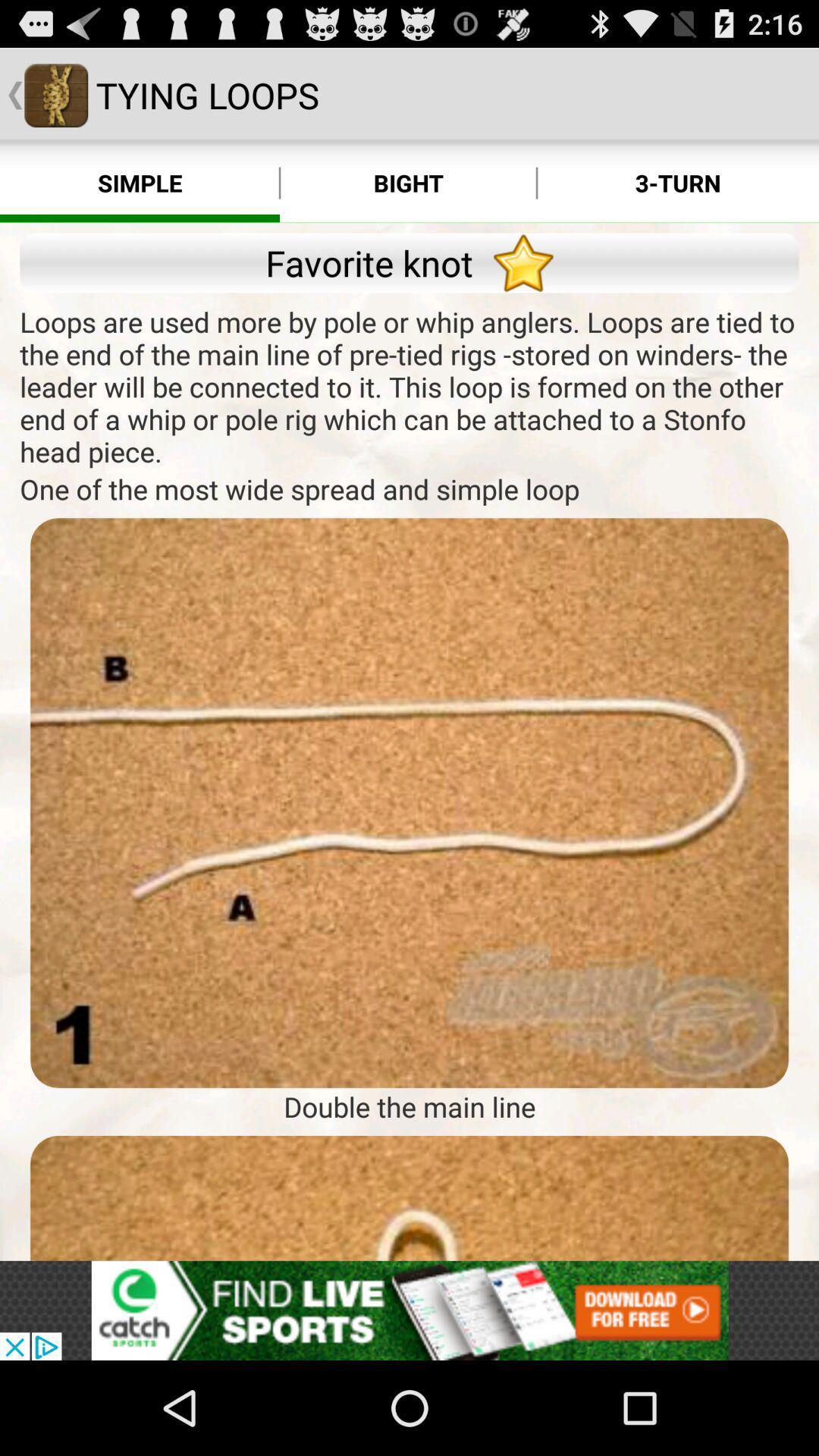 This screenshot has height=1456, width=819. What do you see at coordinates (409, 1197) in the screenshot?
I see `step 2` at bounding box center [409, 1197].